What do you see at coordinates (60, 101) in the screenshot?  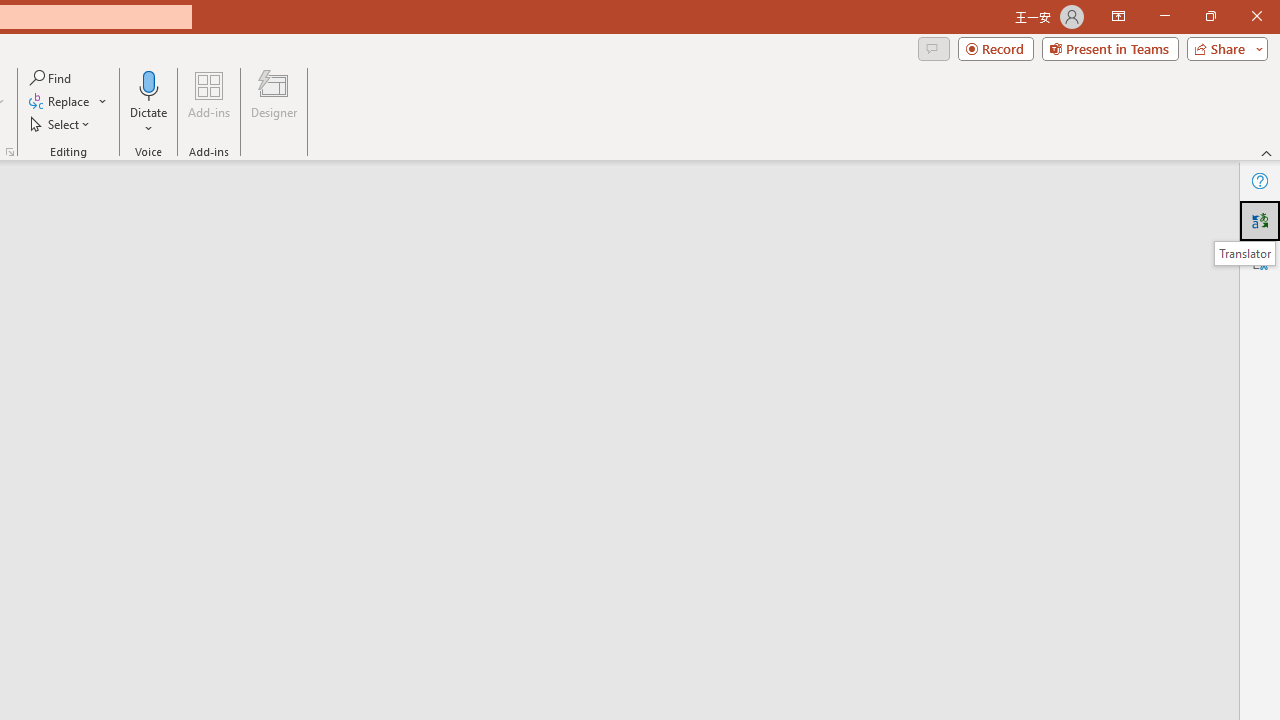 I see `'Replace...'` at bounding box center [60, 101].